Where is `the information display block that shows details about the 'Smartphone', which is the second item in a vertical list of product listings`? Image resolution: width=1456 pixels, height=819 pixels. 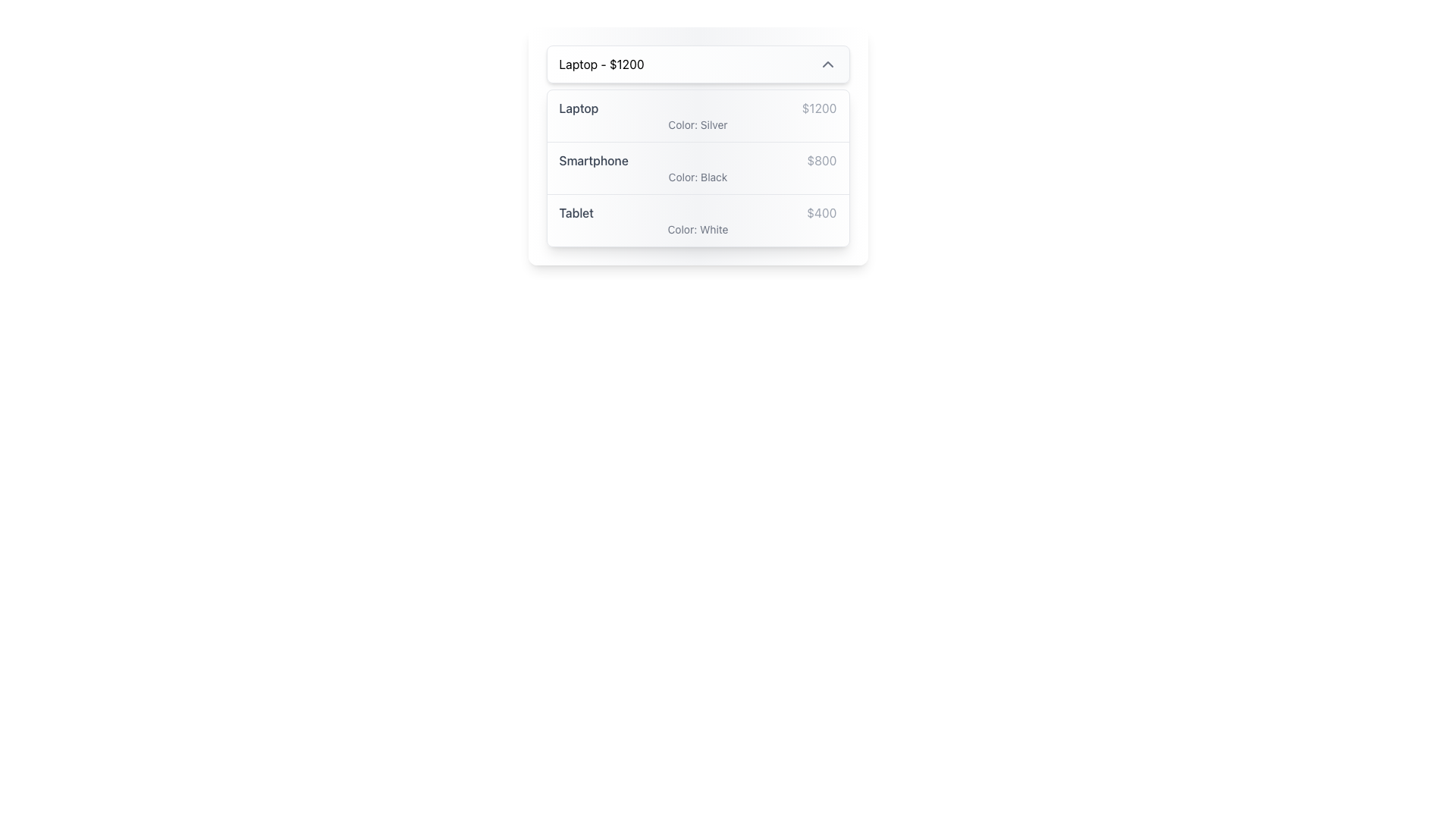 the information display block that shows details about the 'Smartphone', which is the second item in a vertical list of product listings is located at coordinates (697, 168).